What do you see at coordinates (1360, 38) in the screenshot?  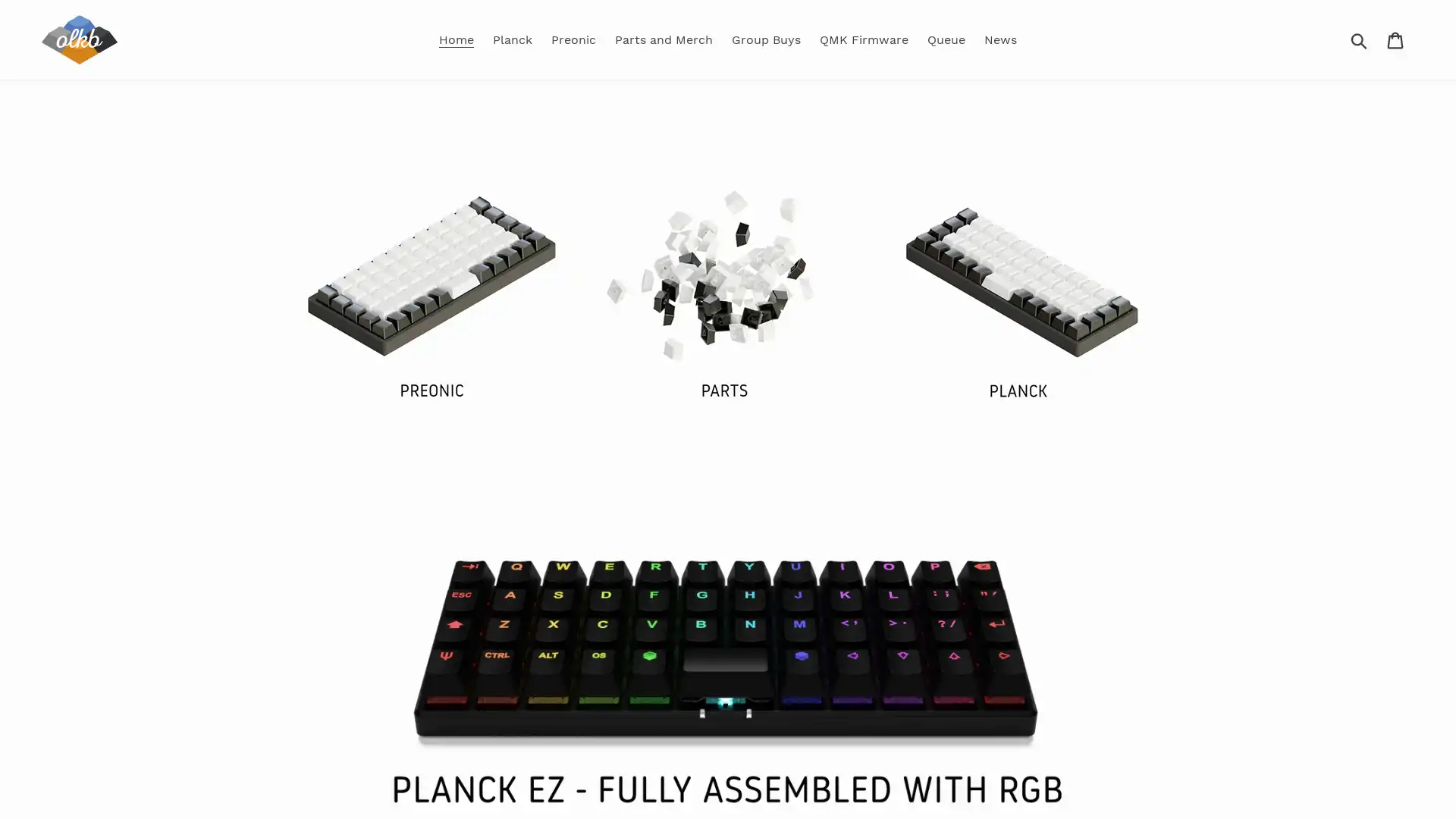 I see `Submit` at bounding box center [1360, 38].